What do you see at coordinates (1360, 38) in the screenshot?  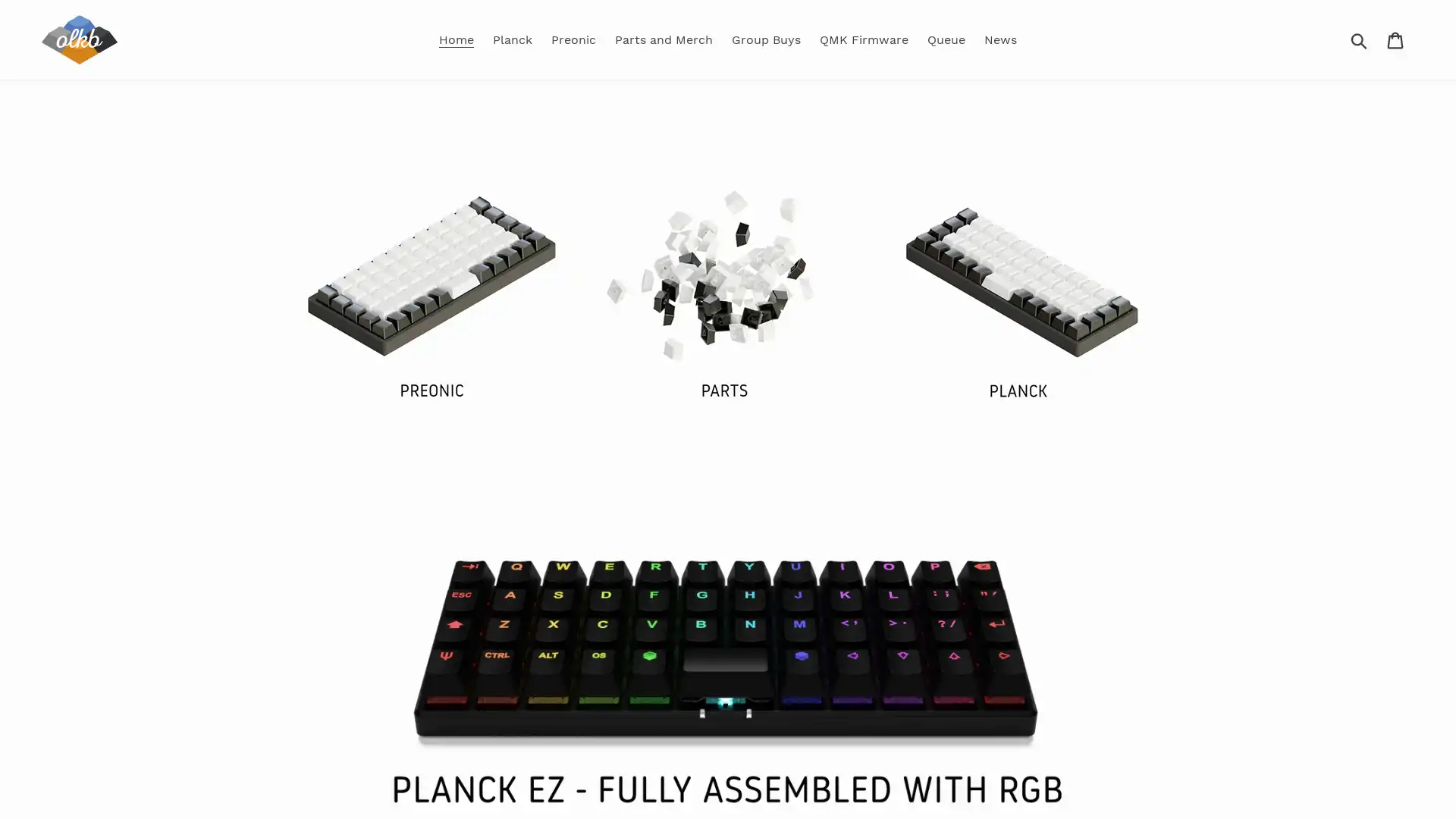 I see `Submit` at bounding box center [1360, 38].